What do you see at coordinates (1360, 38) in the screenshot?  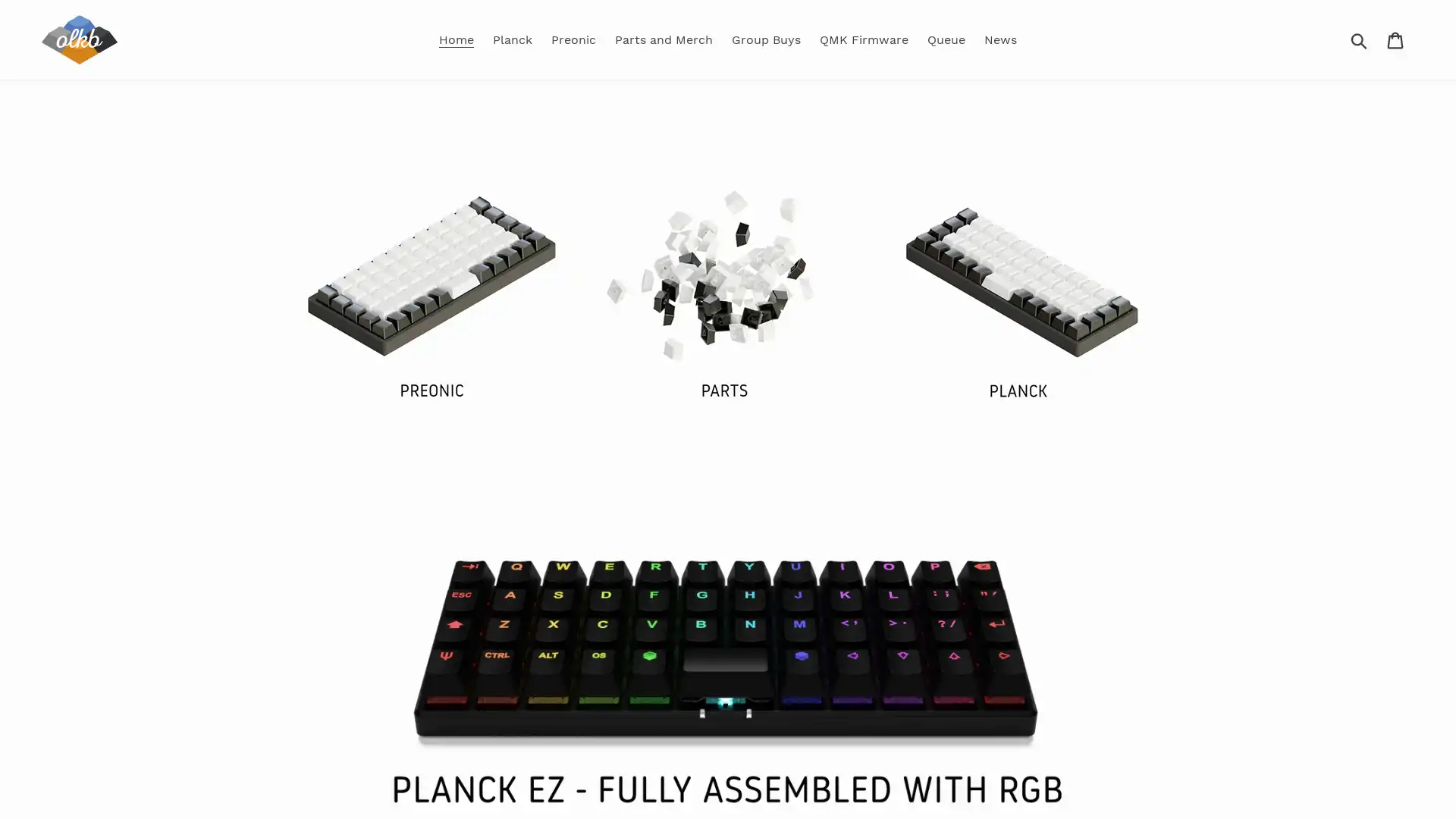 I see `Submit` at bounding box center [1360, 38].